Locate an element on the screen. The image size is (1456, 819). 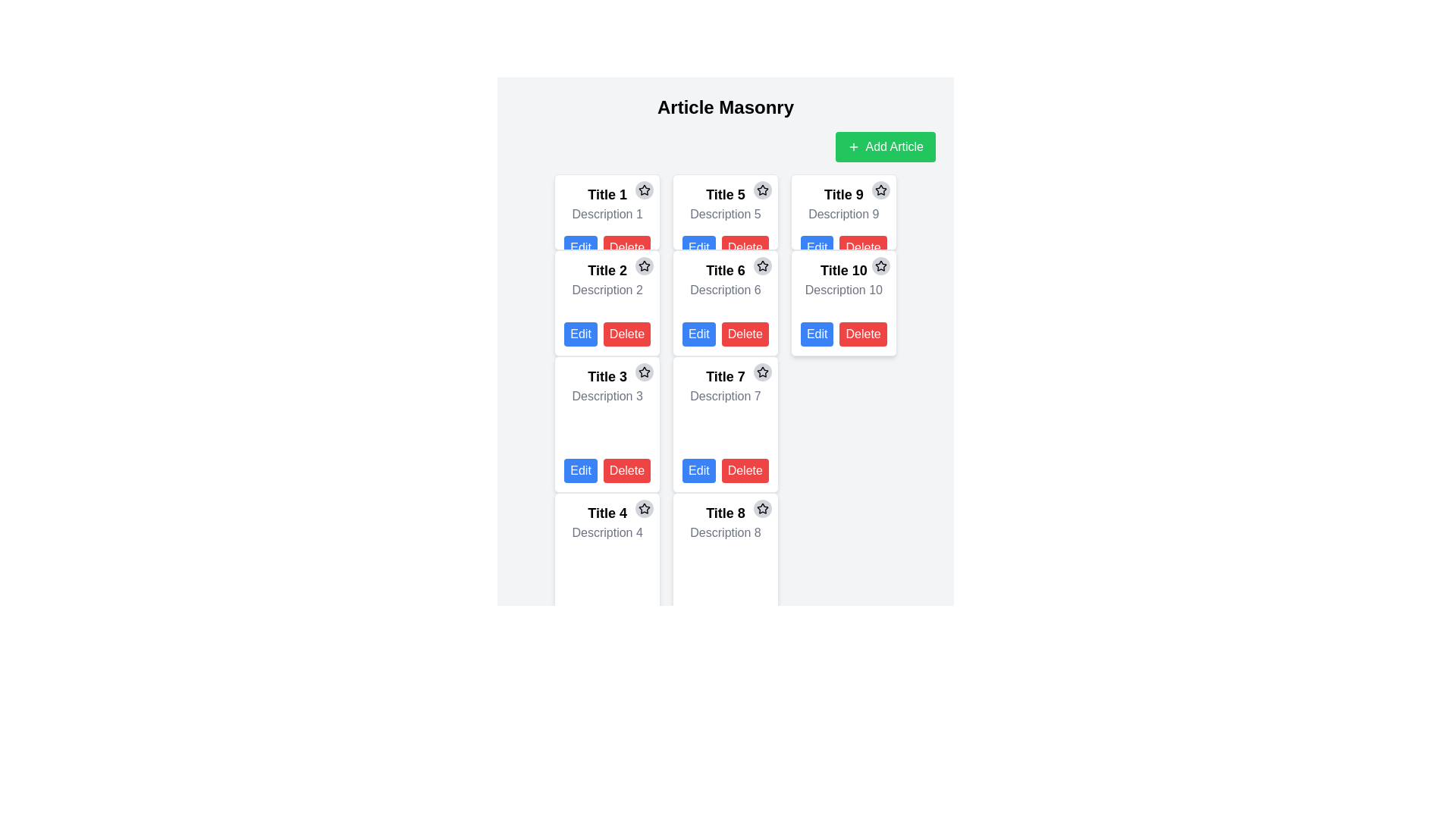
the star icon located in the upper-right corner of the card labeled 'Title 8' for keyboard interaction is located at coordinates (762, 509).